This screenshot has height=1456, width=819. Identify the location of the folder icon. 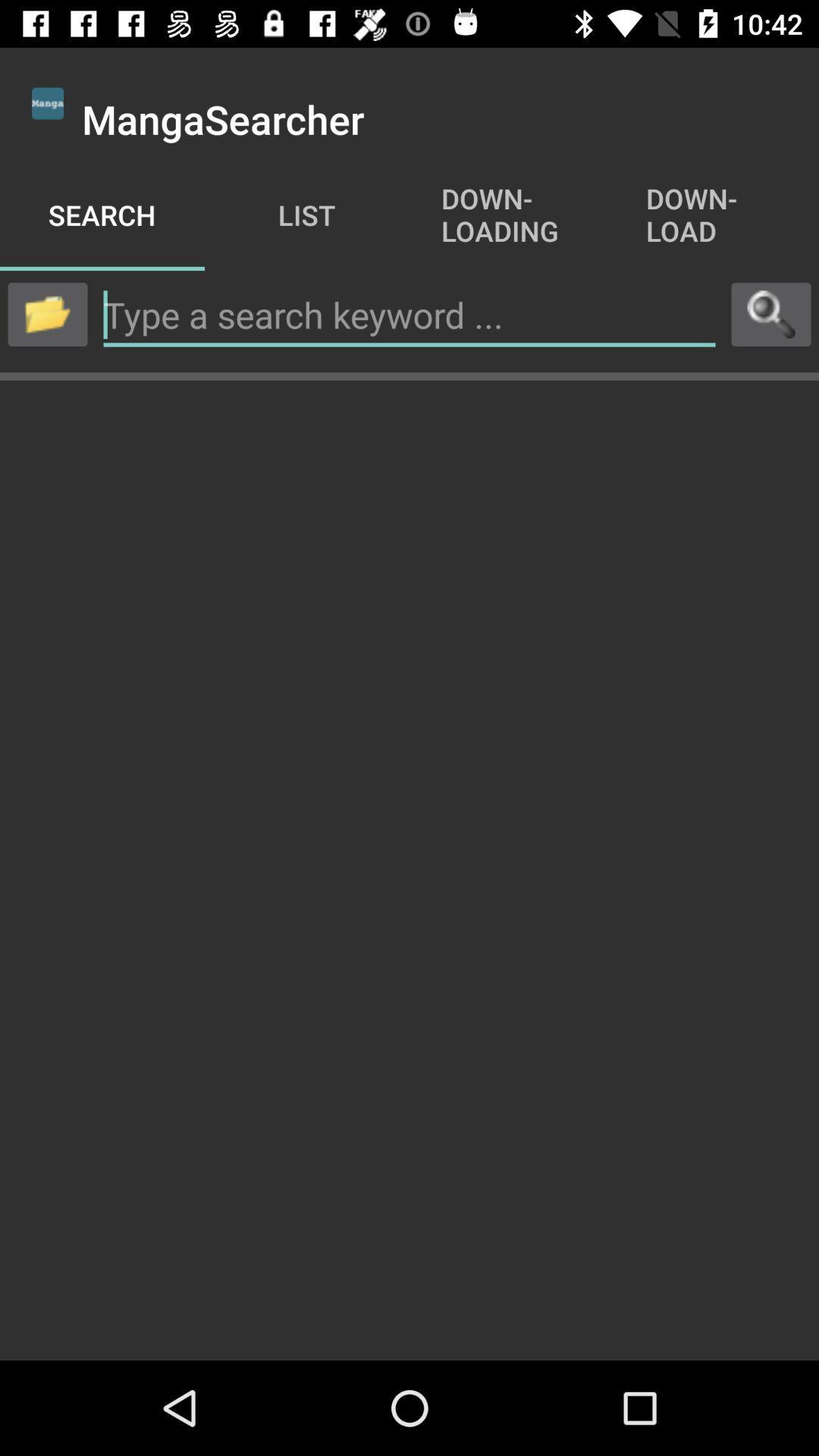
(46, 313).